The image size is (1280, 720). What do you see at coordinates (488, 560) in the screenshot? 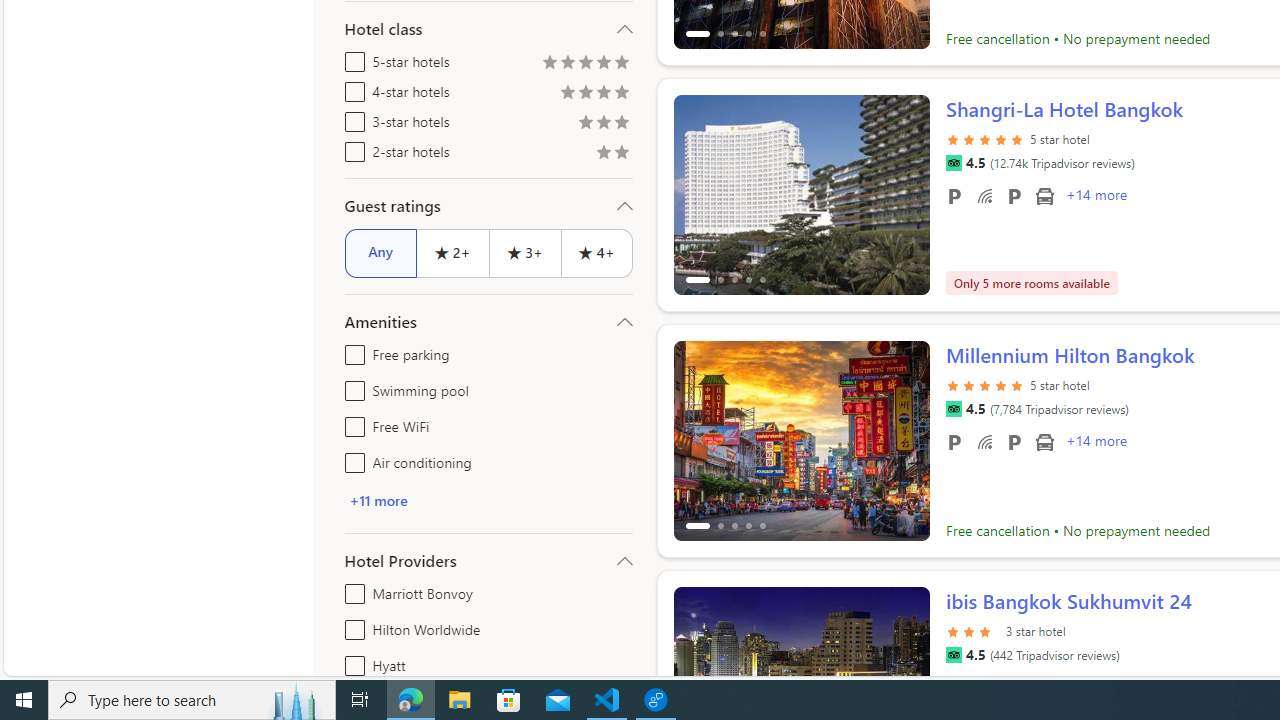
I see `'Hotel Providers'` at bounding box center [488, 560].